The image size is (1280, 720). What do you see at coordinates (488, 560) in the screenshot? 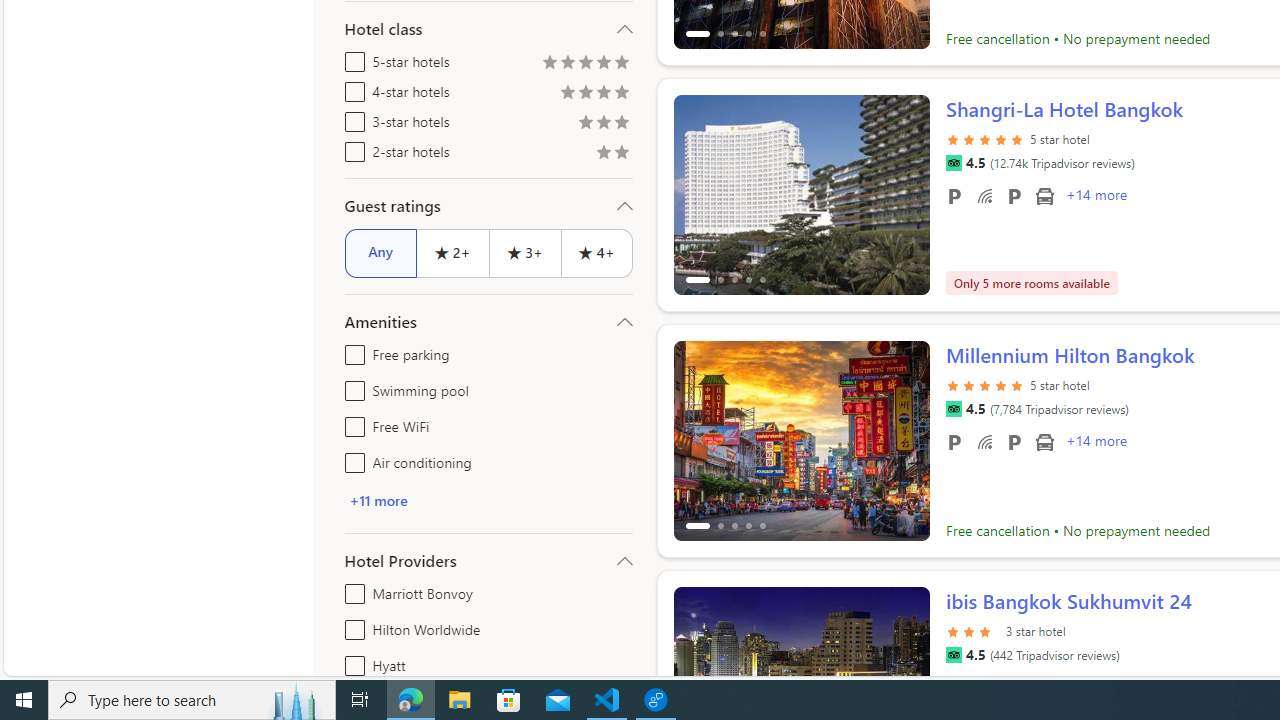
I see `'Hotel Providers'` at bounding box center [488, 560].